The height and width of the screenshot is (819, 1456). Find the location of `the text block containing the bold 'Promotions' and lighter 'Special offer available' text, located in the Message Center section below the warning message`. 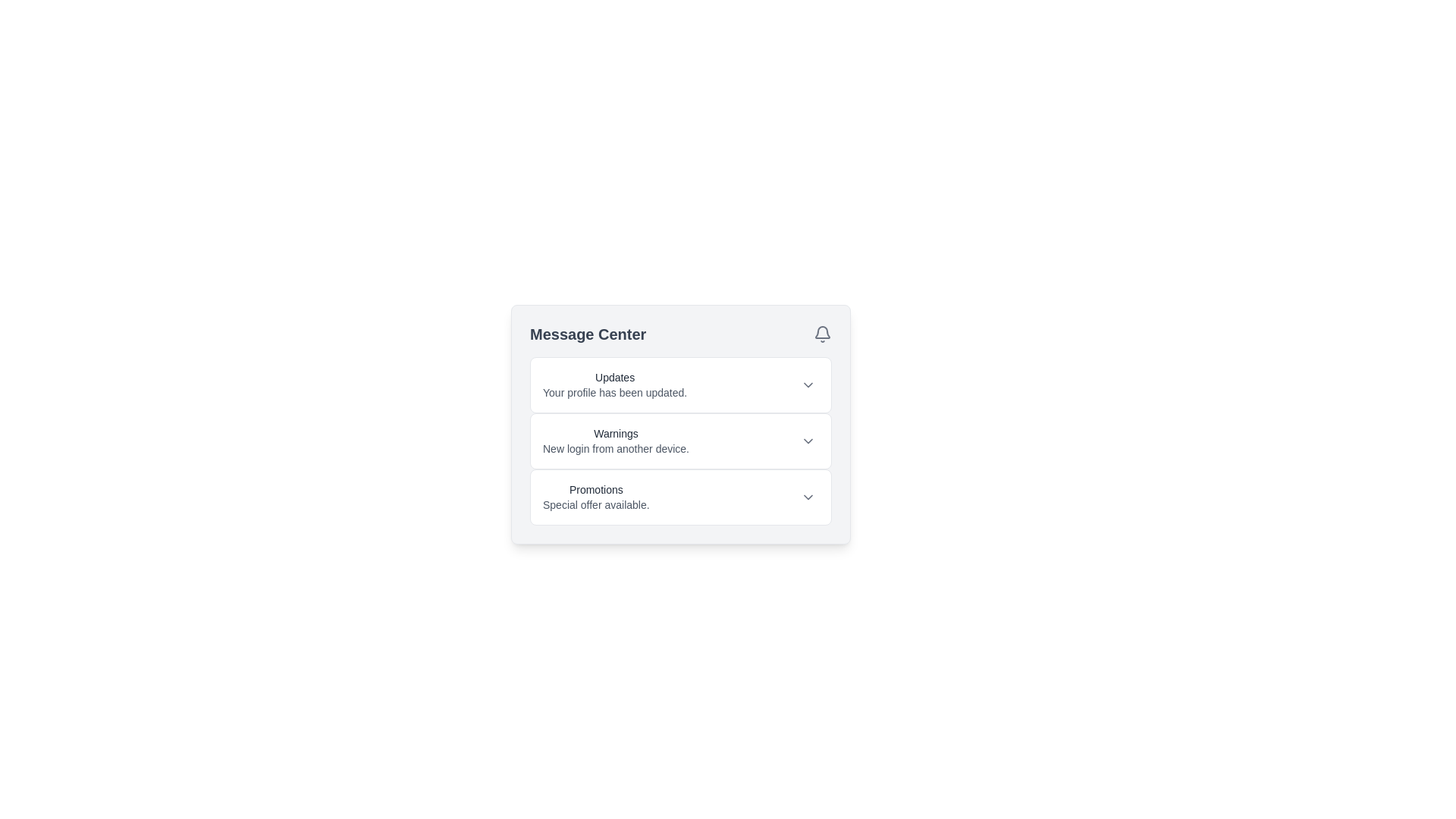

the text block containing the bold 'Promotions' and lighter 'Special offer available' text, located in the Message Center section below the warning message is located at coordinates (595, 497).